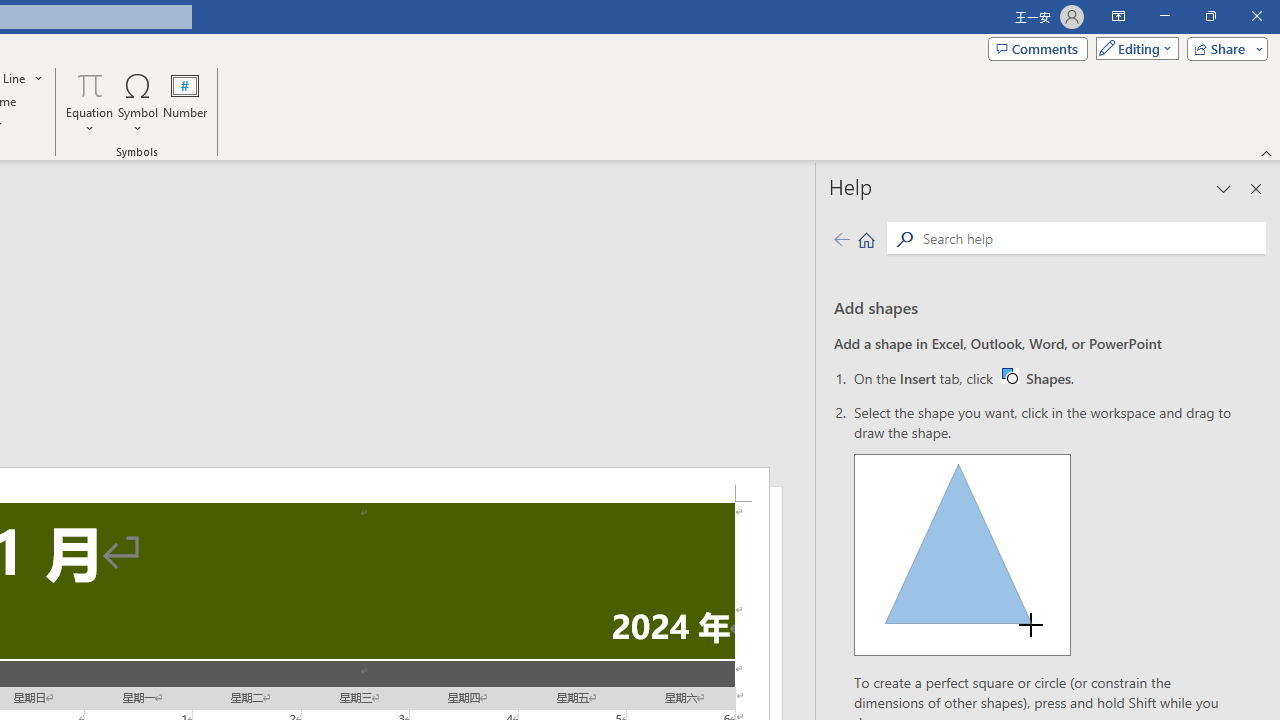  What do you see at coordinates (866, 238) in the screenshot?
I see `'Home'` at bounding box center [866, 238].